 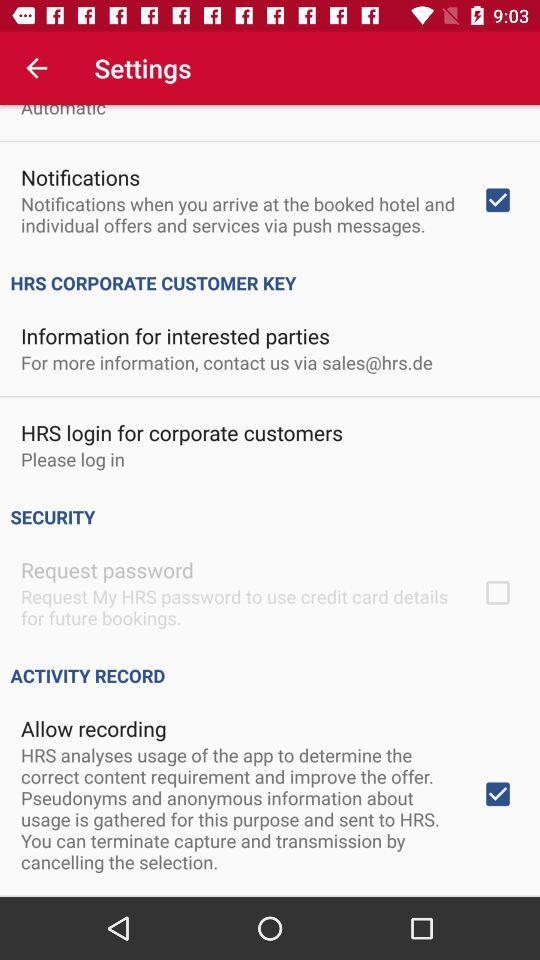 What do you see at coordinates (36, 68) in the screenshot?
I see `icon to the left of the settings` at bounding box center [36, 68].